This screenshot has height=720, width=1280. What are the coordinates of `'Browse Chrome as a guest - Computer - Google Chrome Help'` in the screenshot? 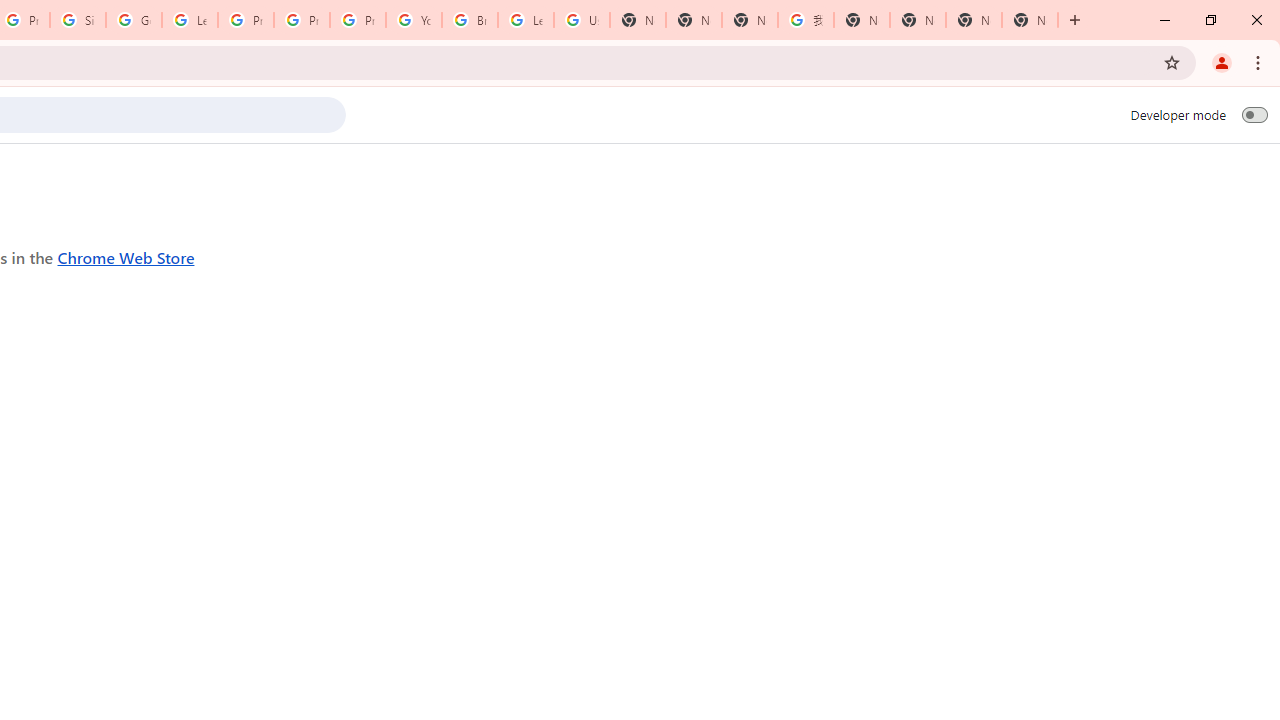 It's located at (468, 20).